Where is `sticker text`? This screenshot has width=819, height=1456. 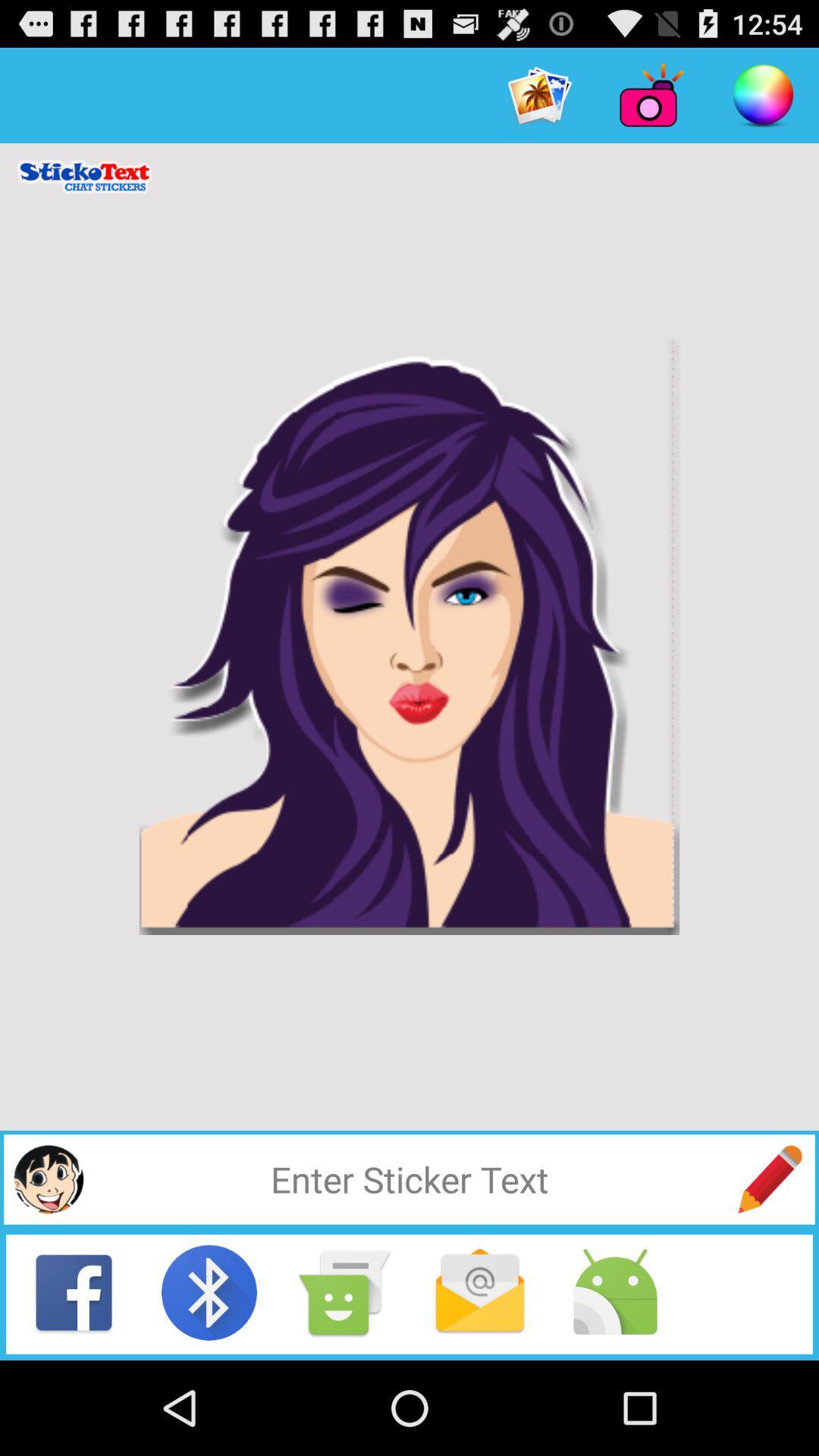
sticker text is located at coordinates (770, 1178).